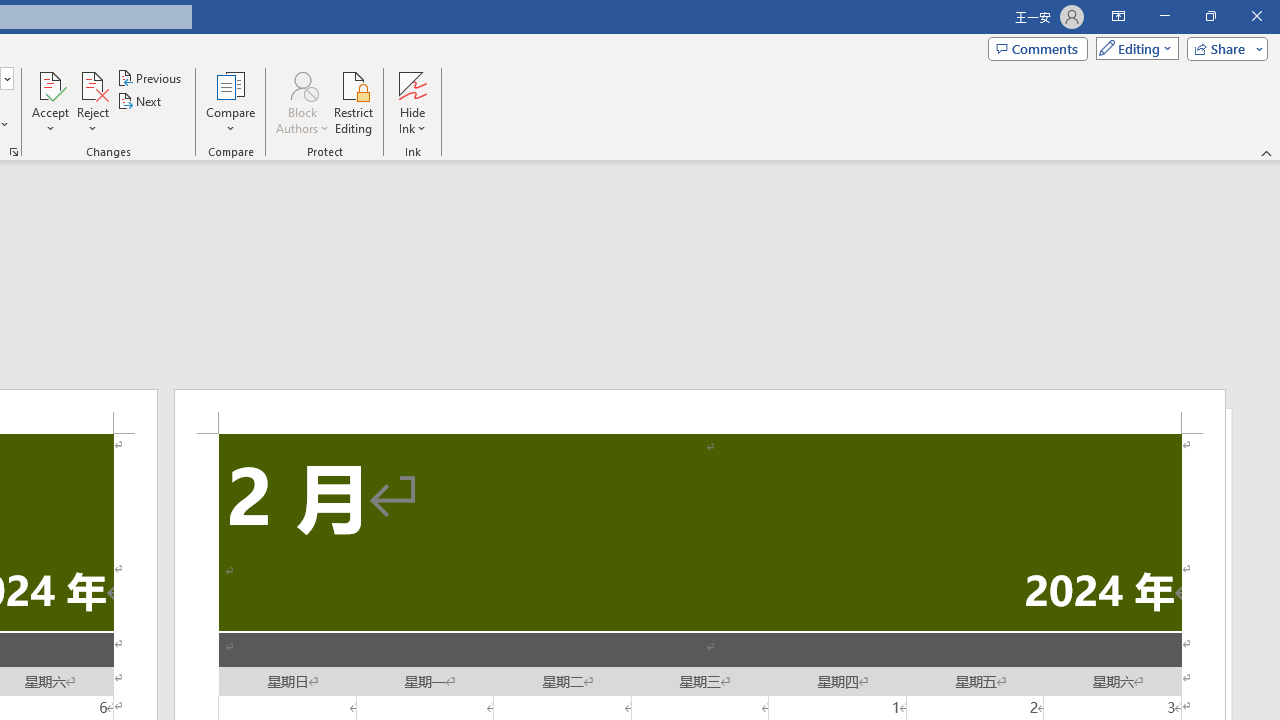 Image resolution: width=1280 pixels, height=720 pixels. What do you see at coordinates (301, 103) in the screenshot?
I see `'Block Authors'` at bounding box center [301, 103].